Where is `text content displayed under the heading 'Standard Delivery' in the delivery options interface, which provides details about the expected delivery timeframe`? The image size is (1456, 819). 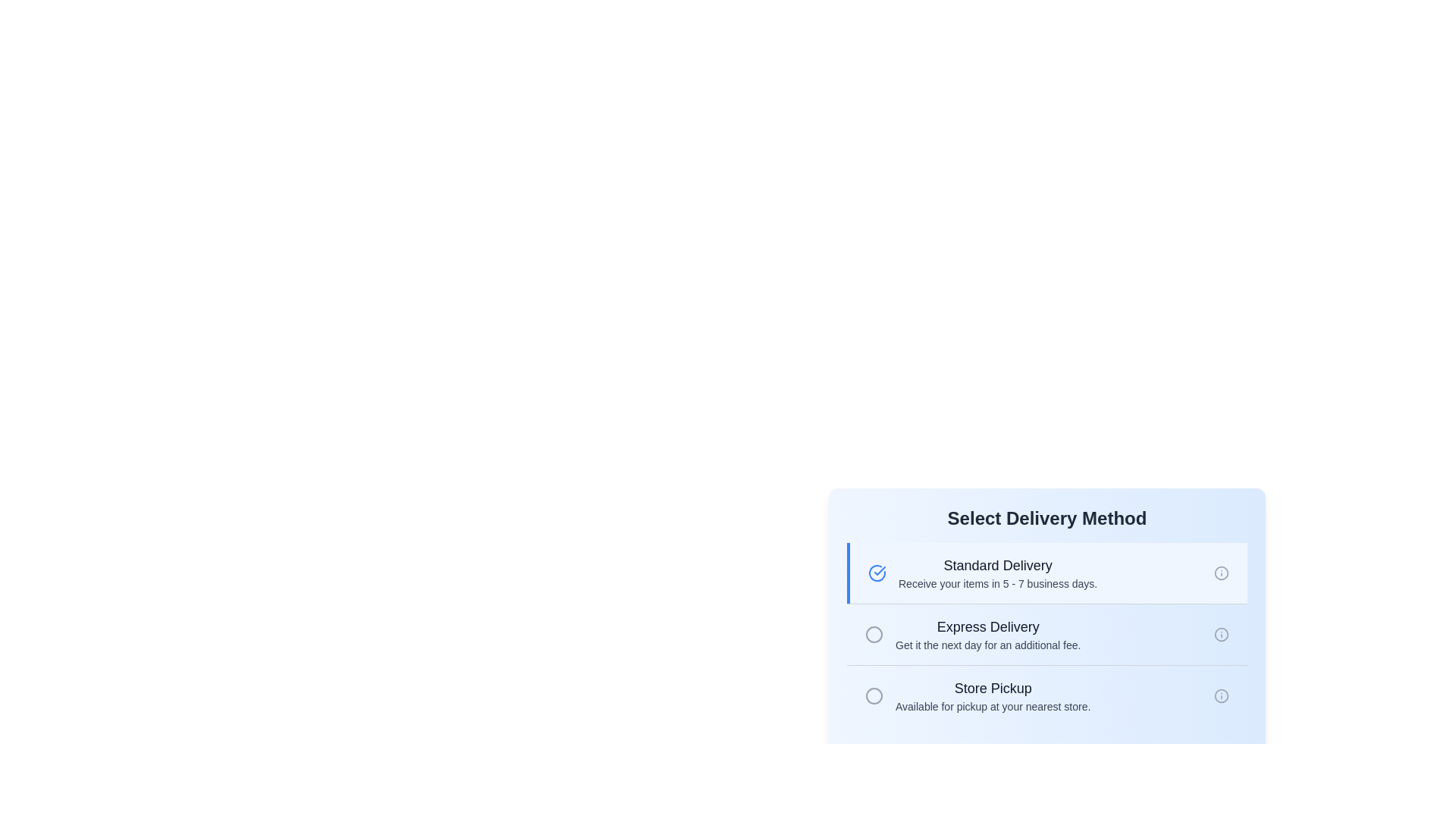 text content displayed under the heading 'Standard Delivery' in the delivery options interface, which provides details about the expected delivery timeframe is located at coordinates (998, 583).